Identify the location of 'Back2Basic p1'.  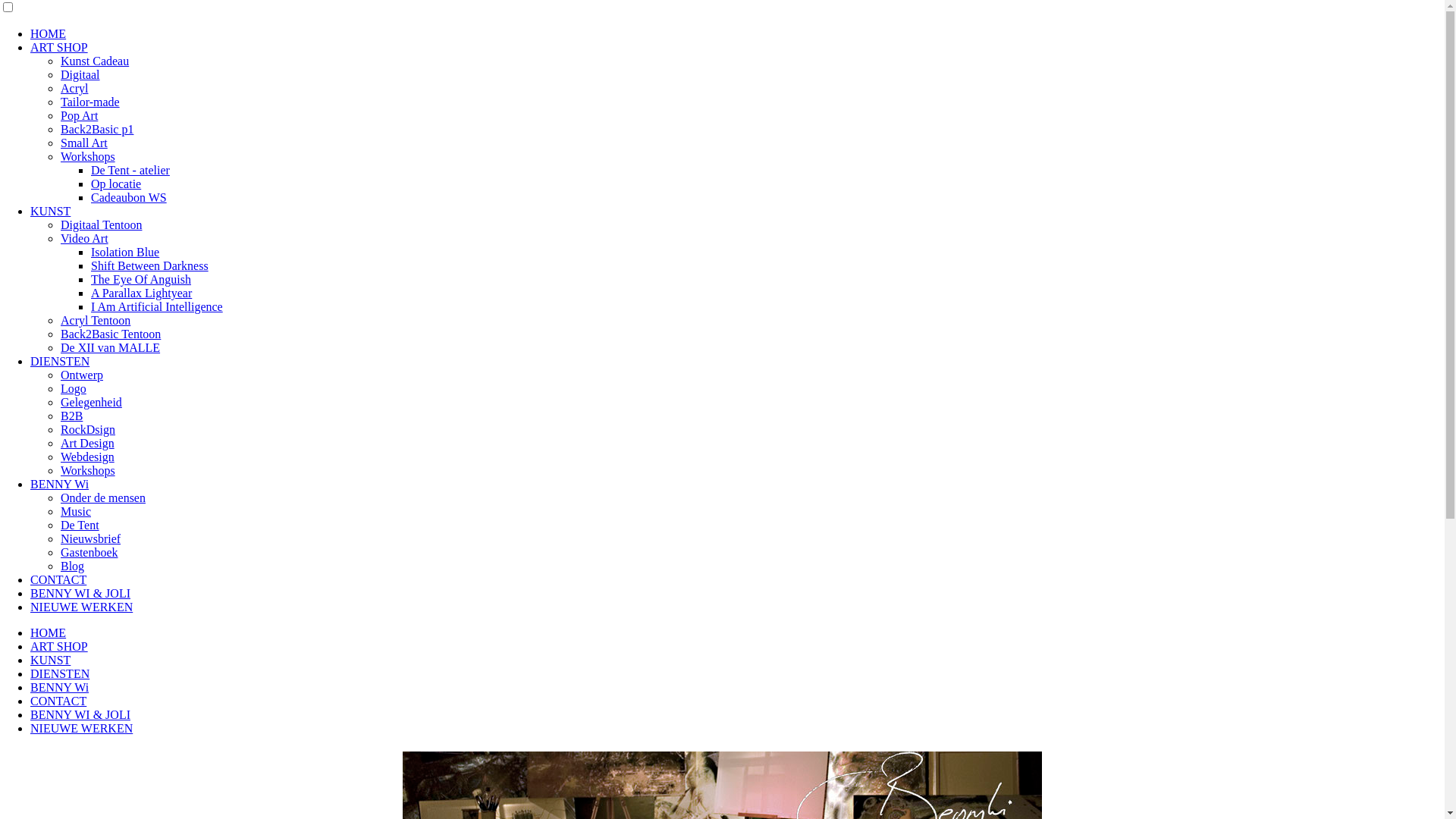
(96, 128).